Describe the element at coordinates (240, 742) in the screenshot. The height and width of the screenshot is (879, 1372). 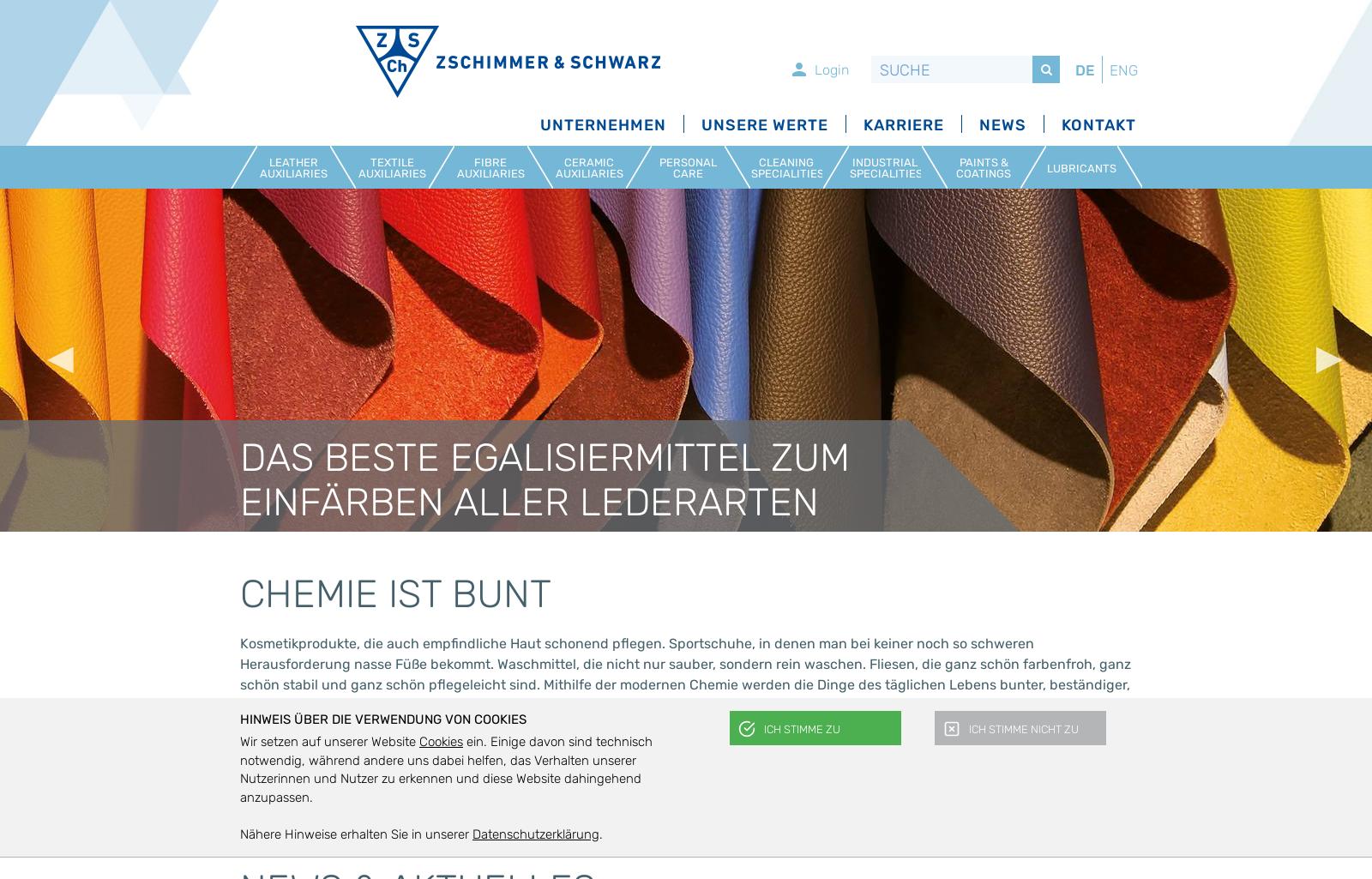
I see `'Wir setzen auf unserer Website'` at that location.